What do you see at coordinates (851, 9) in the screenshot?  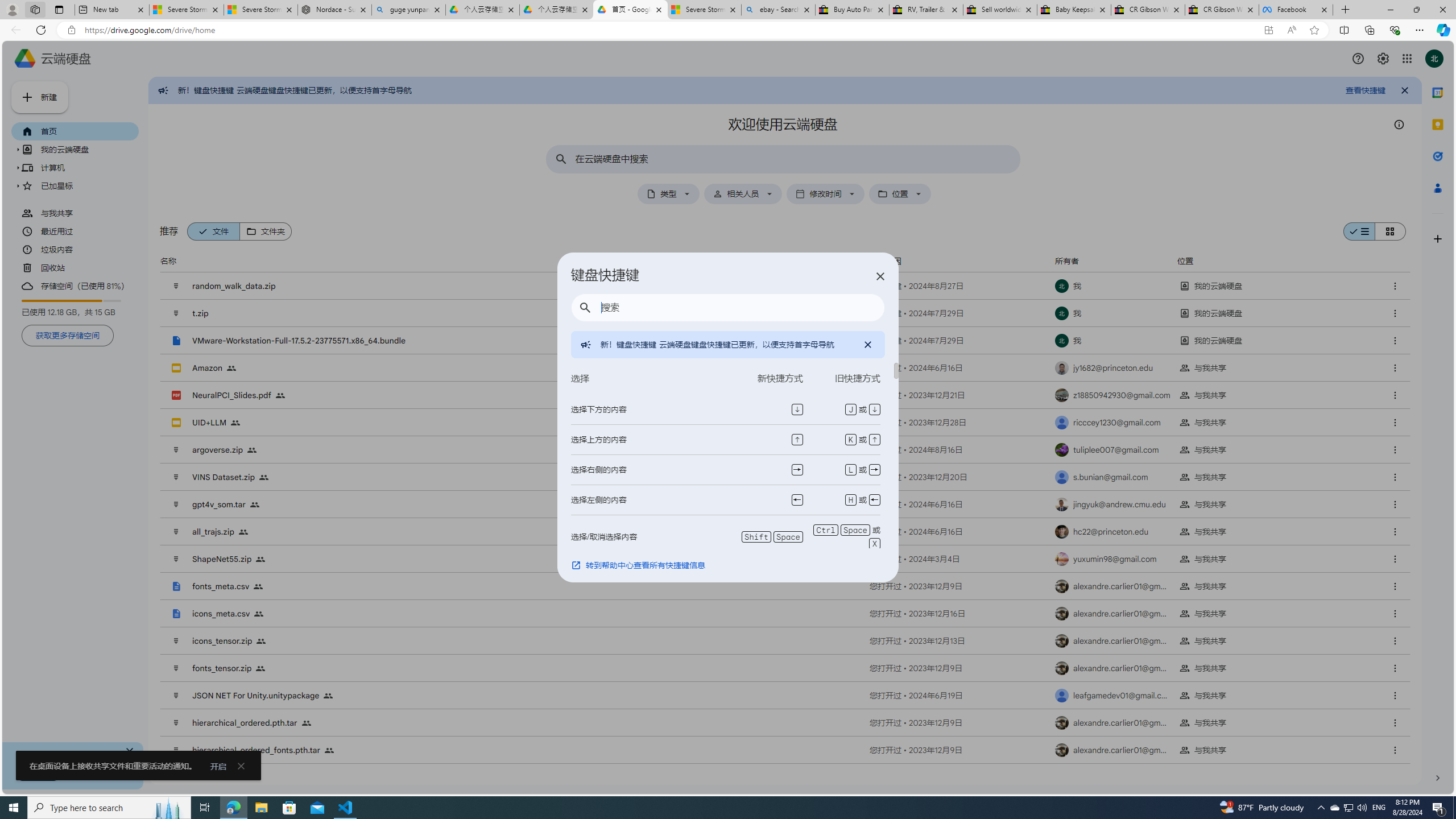 I see `'Buy Auto Parts & Accessories | eBay'` at bounding box center [851, 9].